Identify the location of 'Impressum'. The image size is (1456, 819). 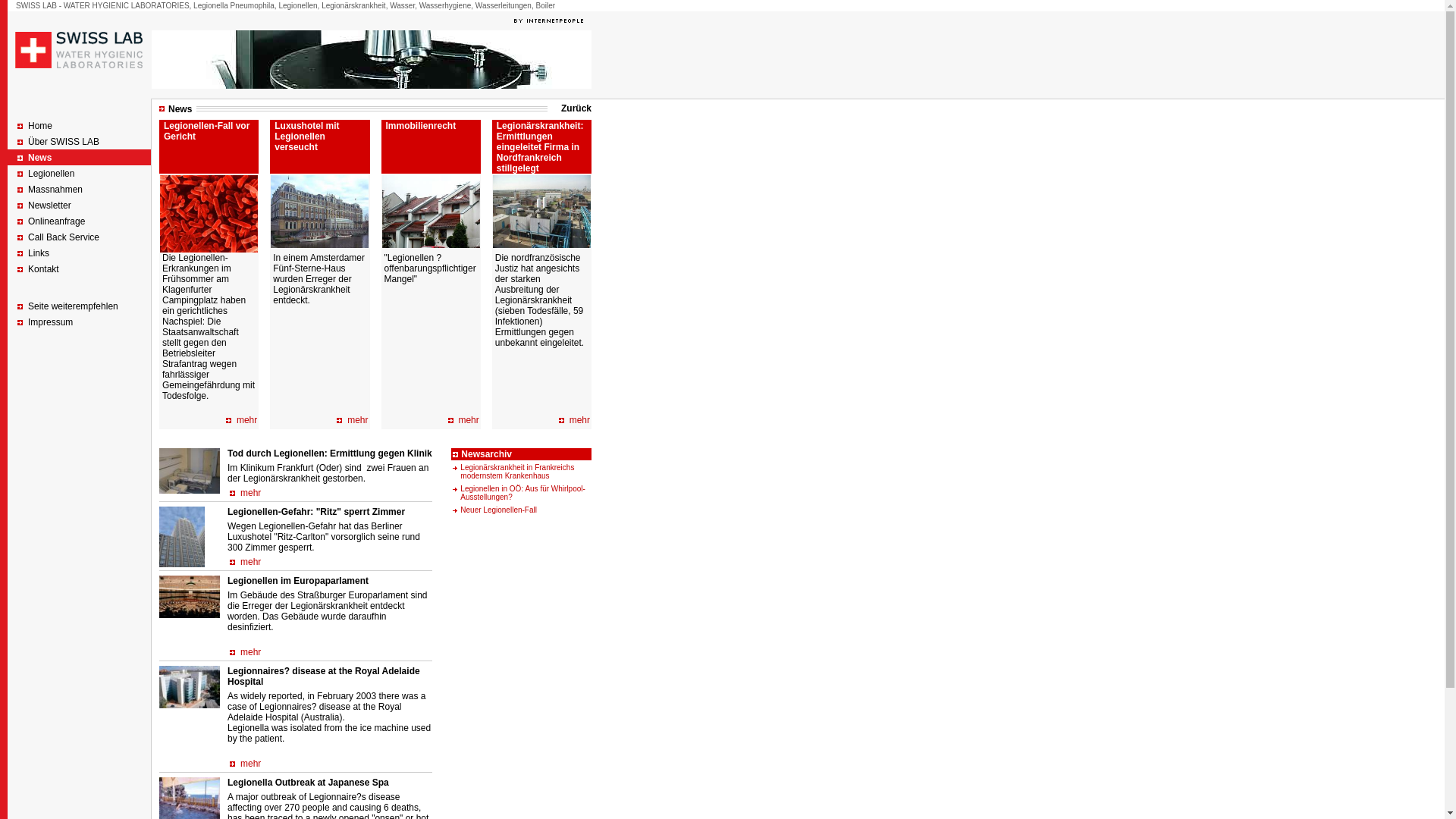
(50, 321).